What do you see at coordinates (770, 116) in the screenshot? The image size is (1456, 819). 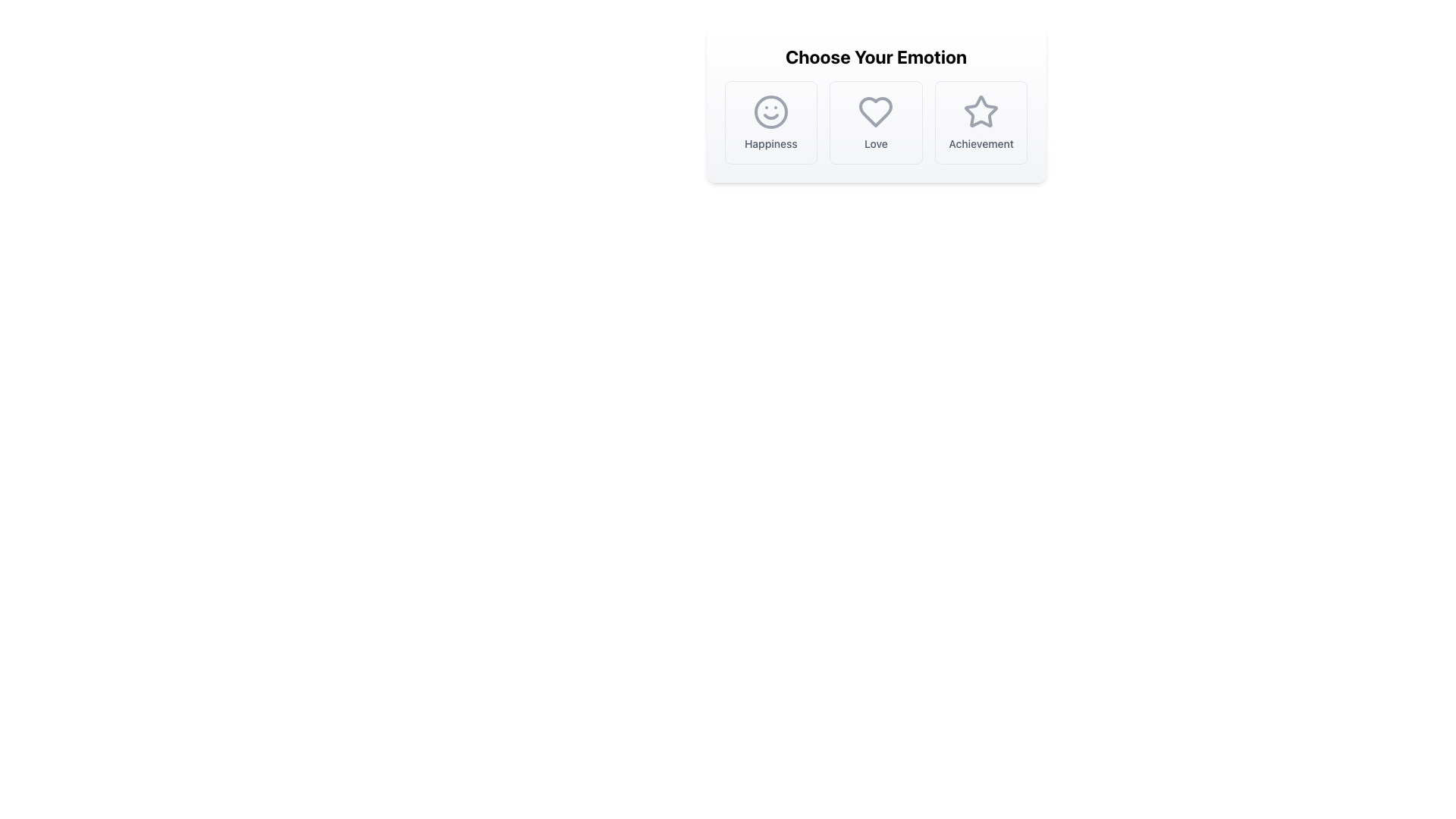 I see `the curved line representing a smile in the SVG icon associated with the 'Happiness' label, located in the lower part of the circular face icon` at bounding box center [770, 116].